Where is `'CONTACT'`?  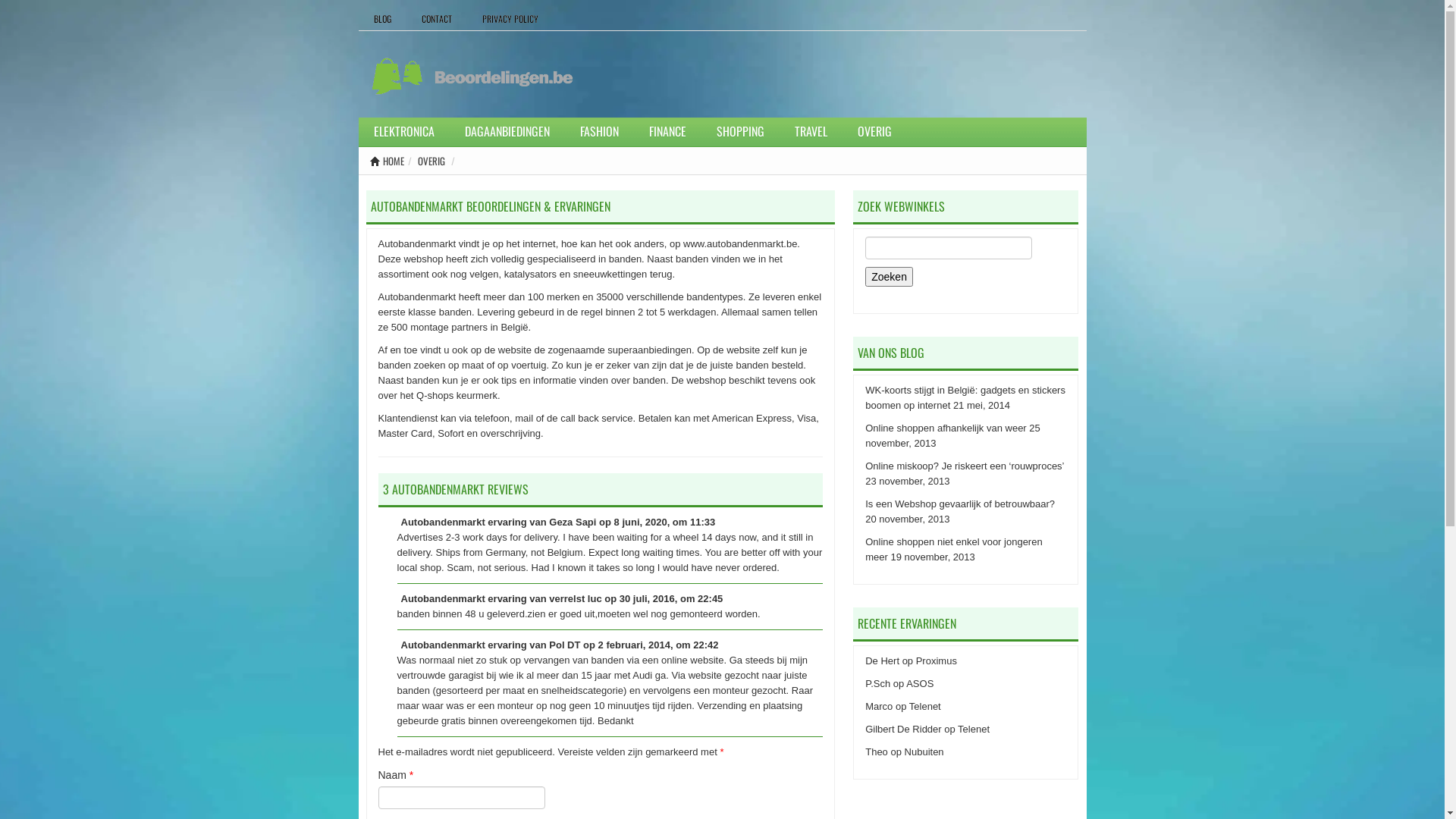
'CONTACT' is located at coordinates (436, 18).